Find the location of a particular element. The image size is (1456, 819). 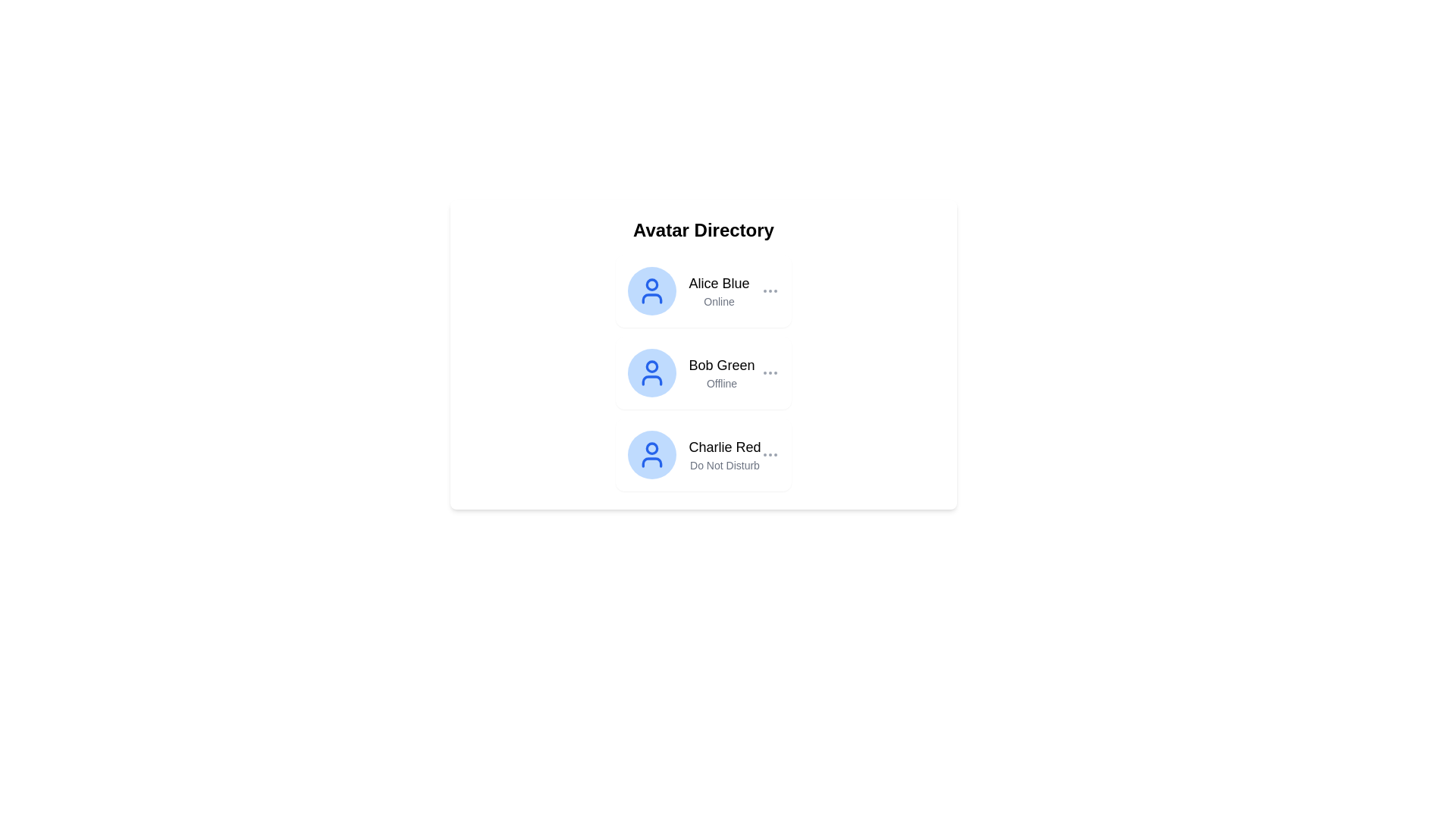

the circular decorative element representing the head portion of the user icon for 'Bob Green' in the list is located at coordinates (652, 366).